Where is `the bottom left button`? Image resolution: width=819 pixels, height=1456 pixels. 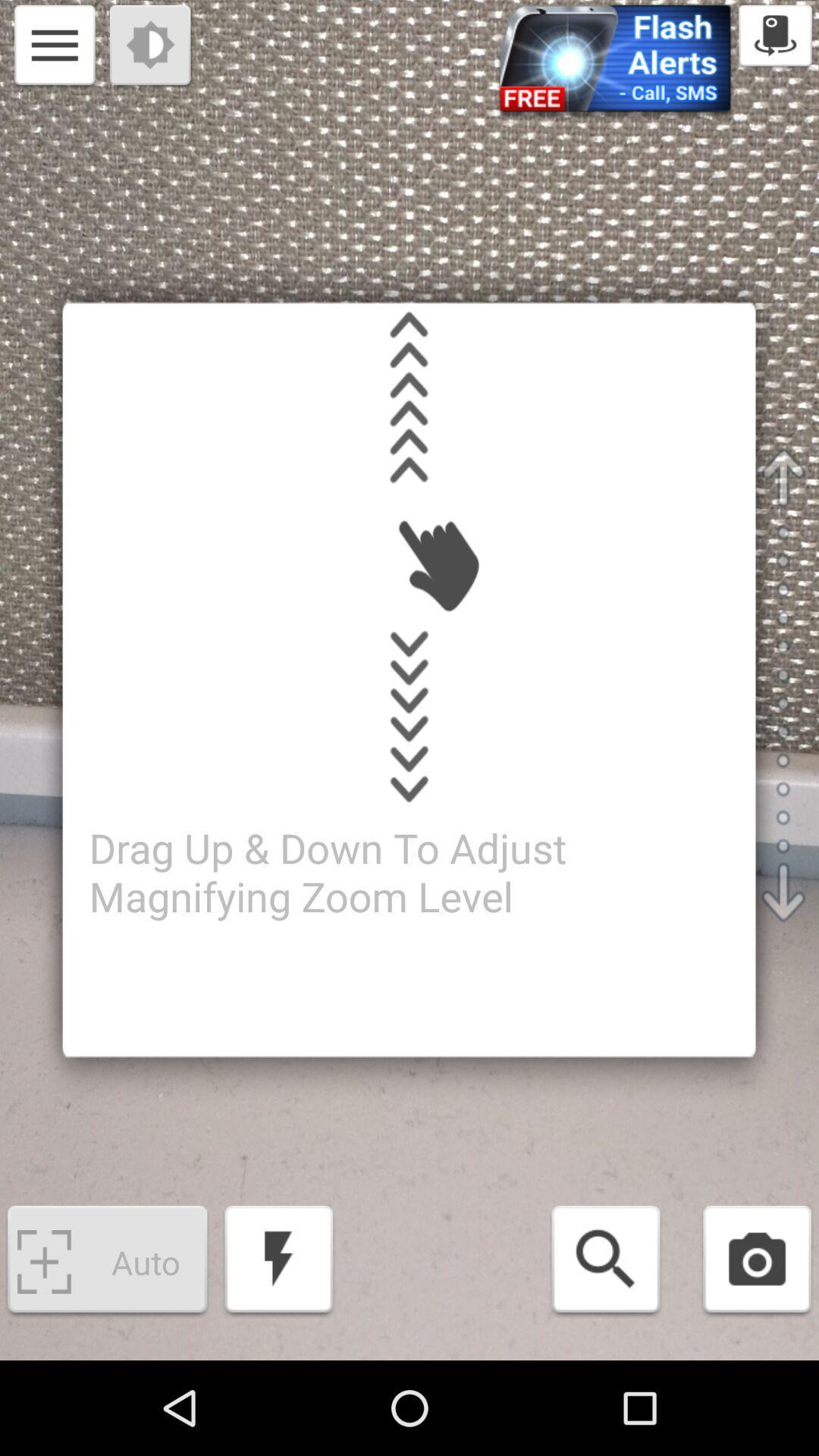 the bottom left button is located at coordinates (107, 1262).